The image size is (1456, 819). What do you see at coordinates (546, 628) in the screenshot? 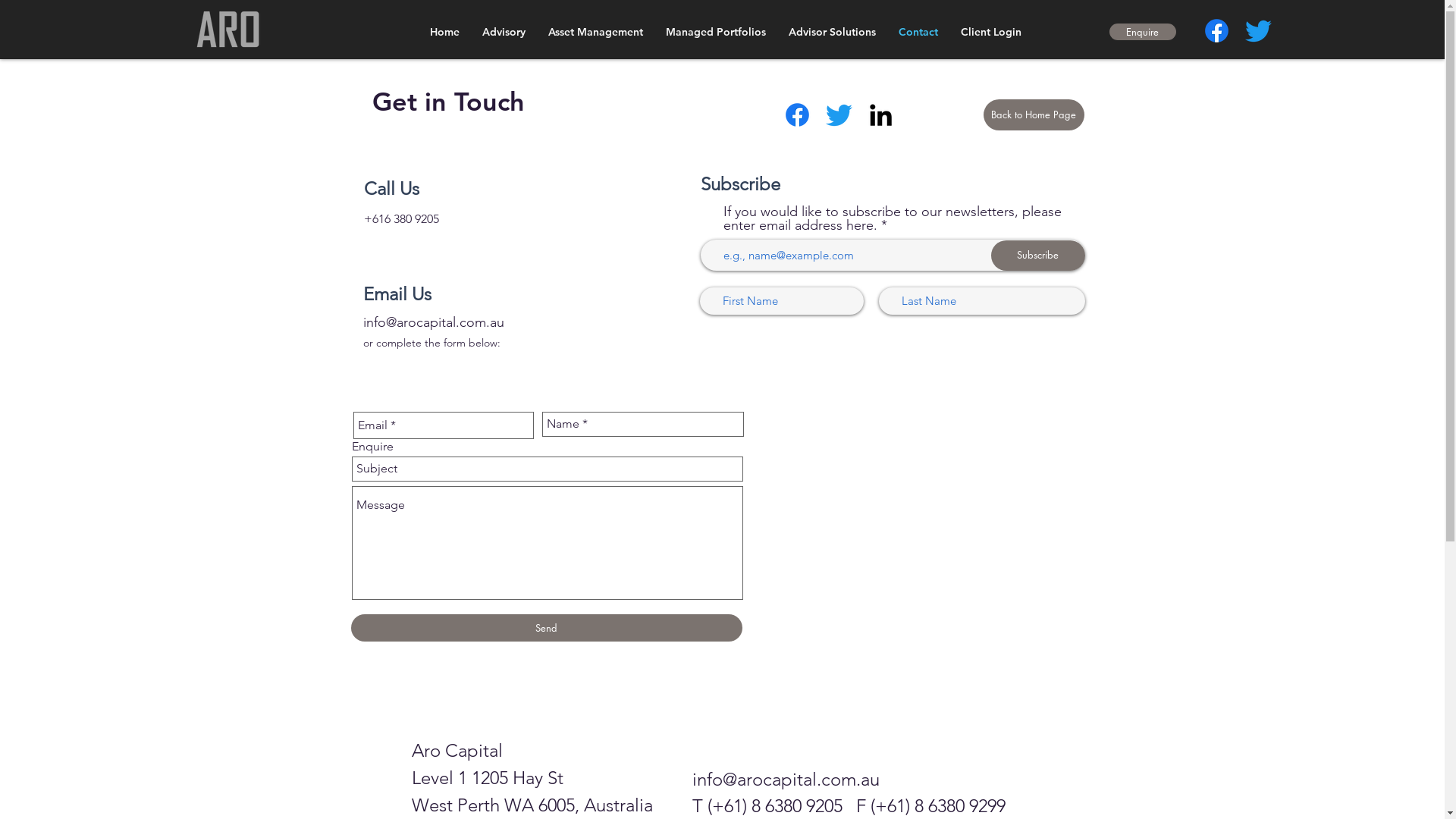
I see `'Send'` at bounding box center [546, 628].